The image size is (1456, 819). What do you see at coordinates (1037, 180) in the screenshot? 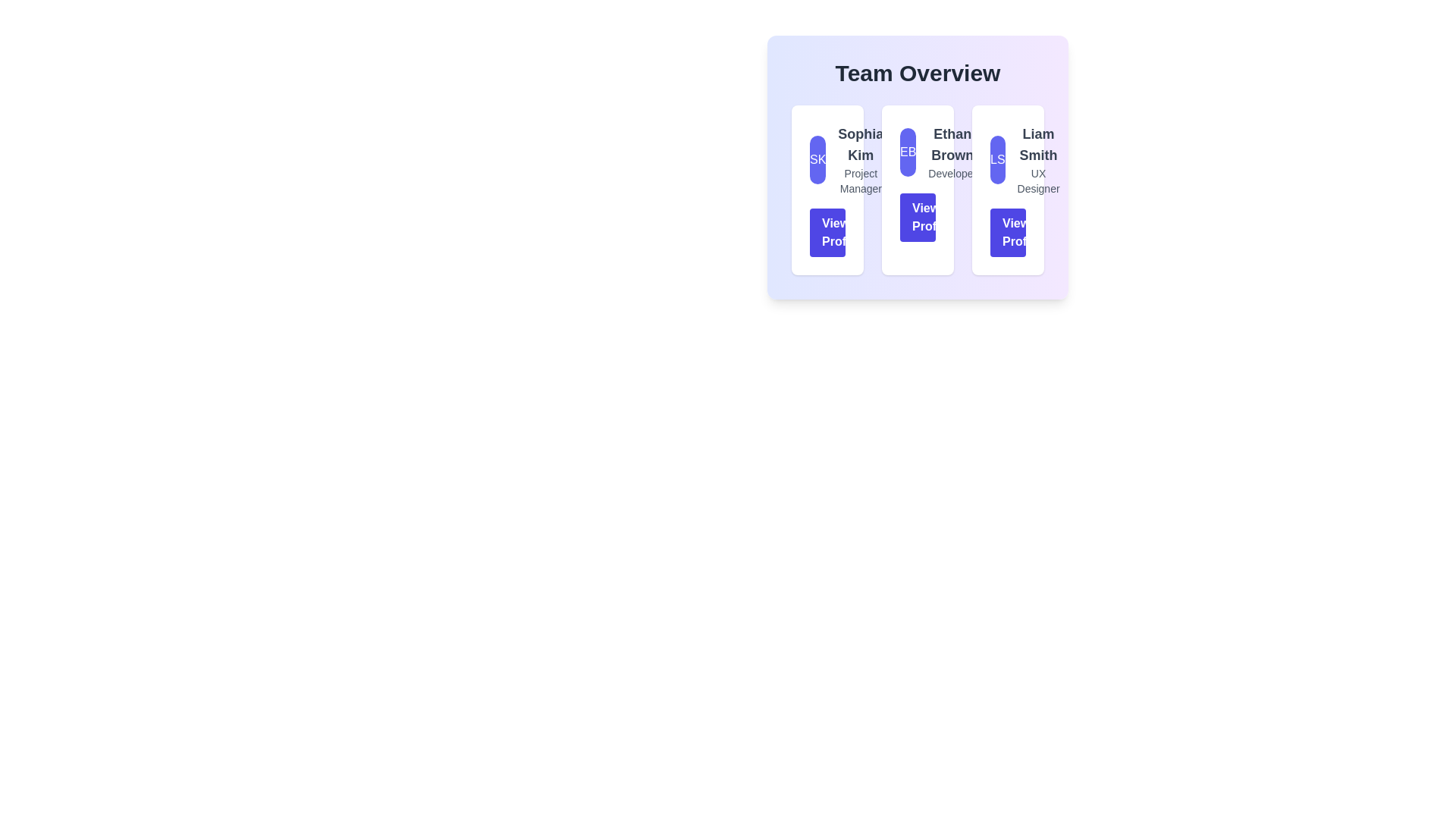
I see `the text label reading 'UX Designer' located below 'Liam Smith' within the team member card` at bounding box center [1037, 180].